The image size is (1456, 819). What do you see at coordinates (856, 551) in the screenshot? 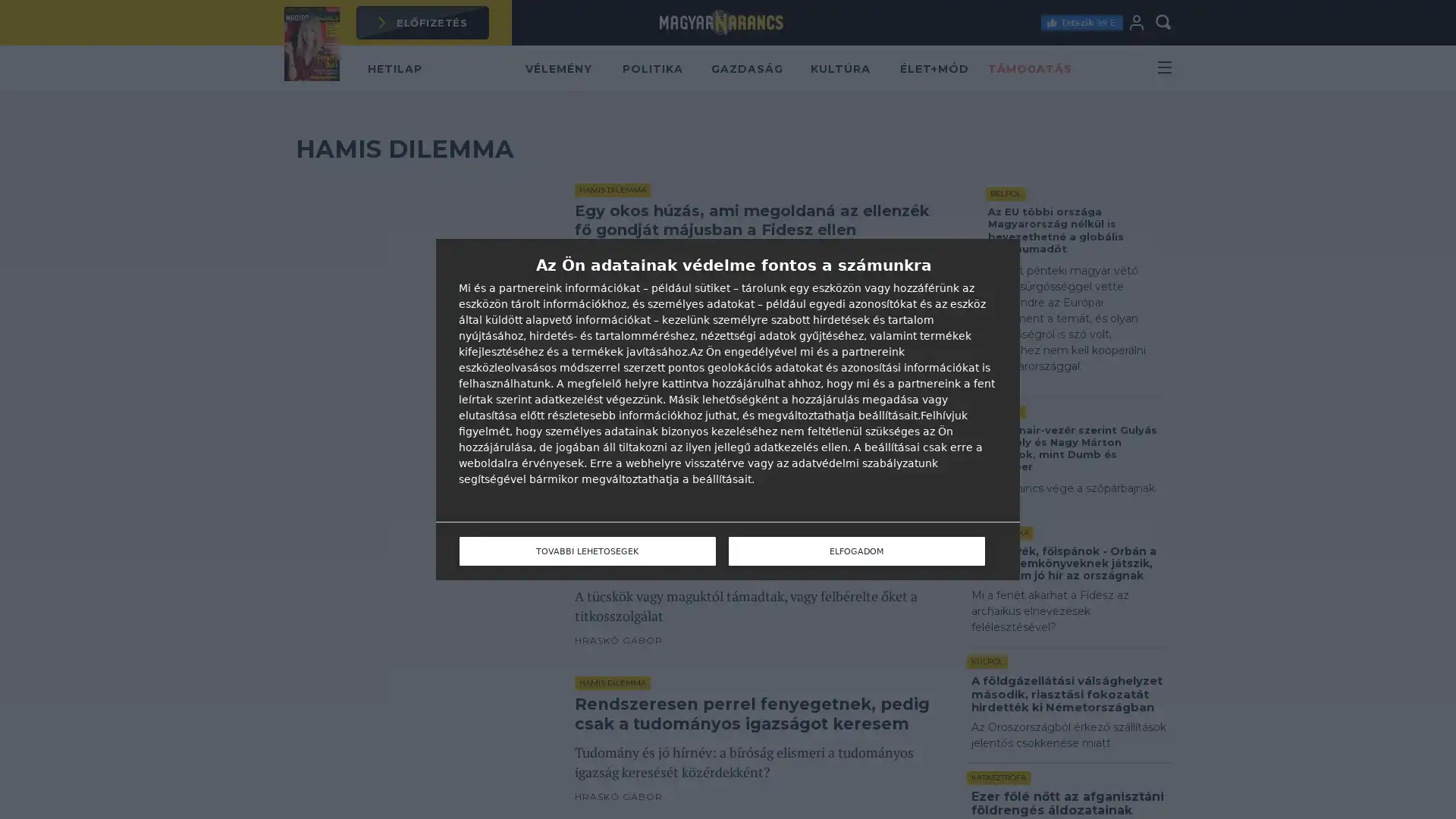
I see `ELFOGADOM` at bounding box center [856, 551].